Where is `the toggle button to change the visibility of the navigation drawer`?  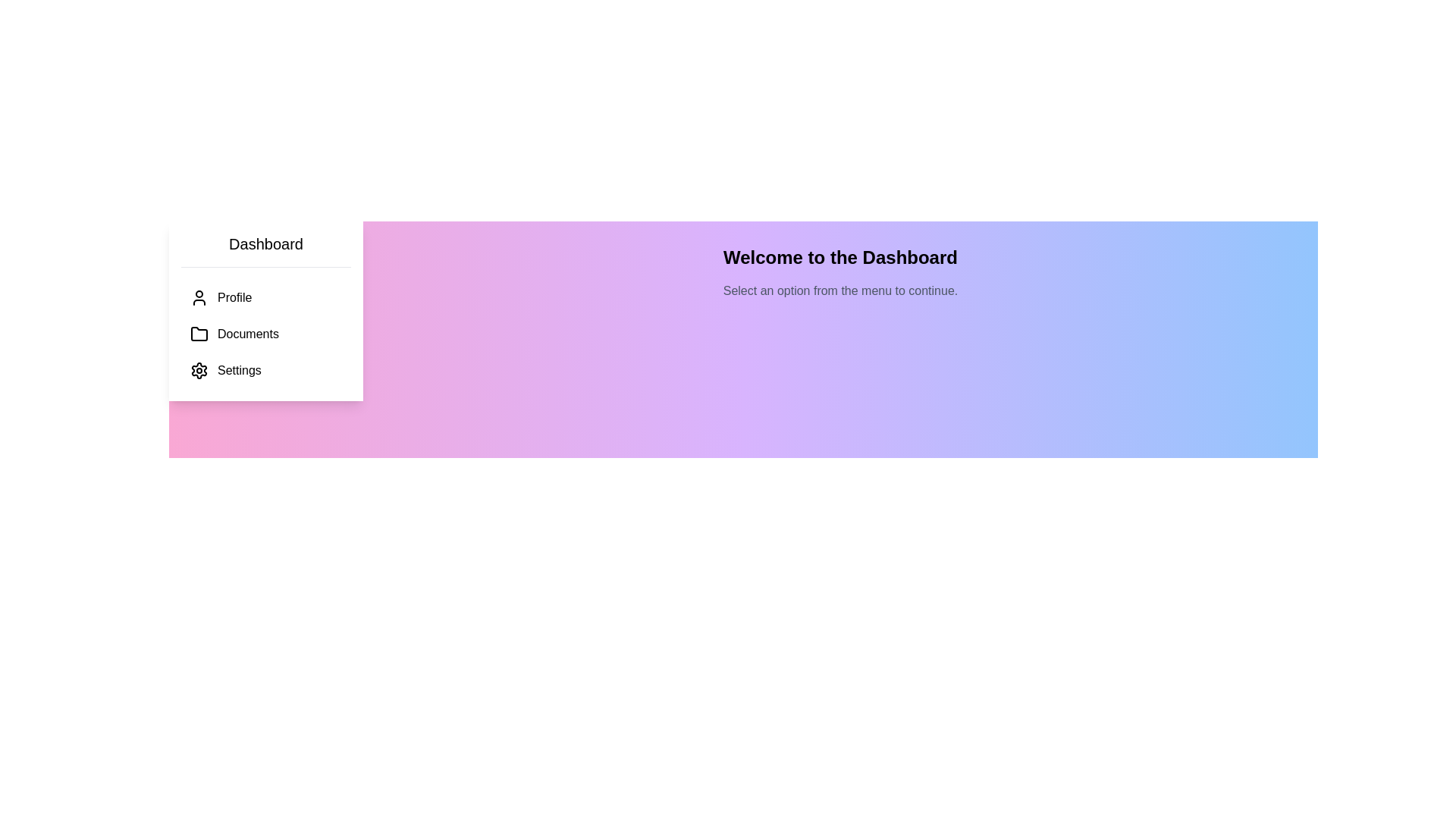 the toggle button to change the visibility of the navigation drawer is located at coordinates (196, 247).